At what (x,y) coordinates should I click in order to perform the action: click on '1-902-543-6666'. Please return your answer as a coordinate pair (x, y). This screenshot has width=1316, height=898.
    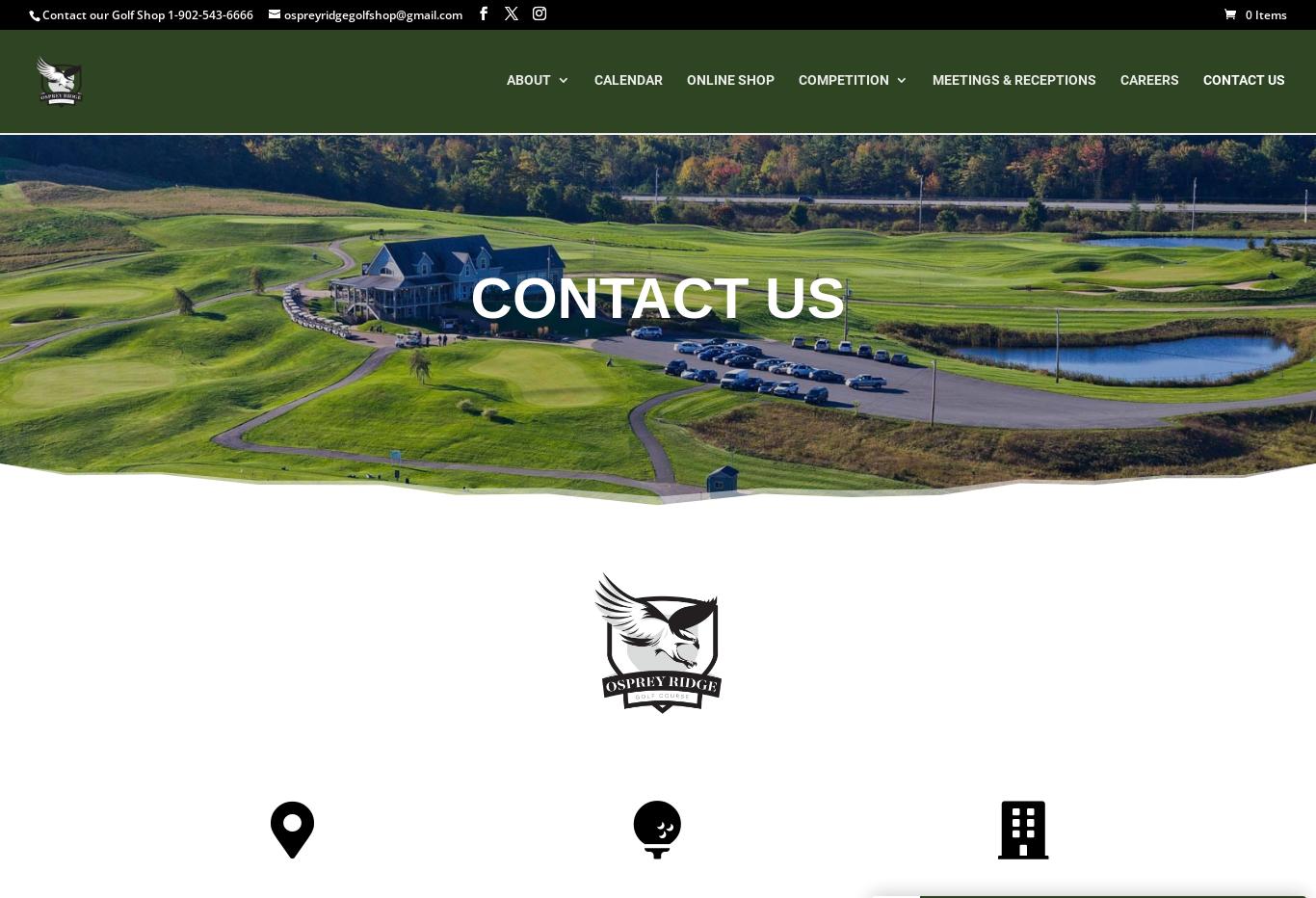
    Looking at the image, I should click on (209, 13).